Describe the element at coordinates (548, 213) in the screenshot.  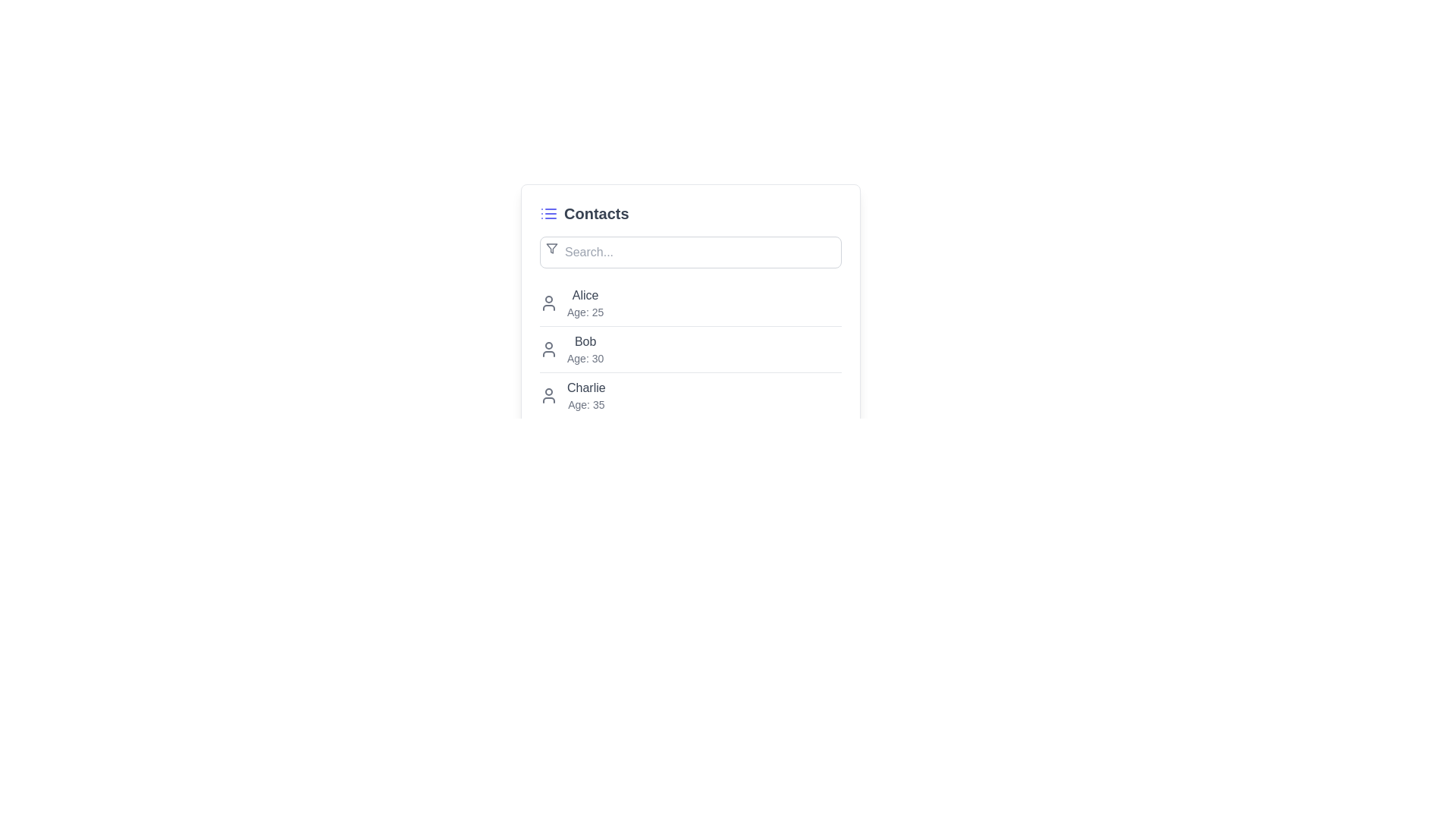
I see `the icon representing a list or menu located to the far left in the header of the 'Contacts' section` at that location.